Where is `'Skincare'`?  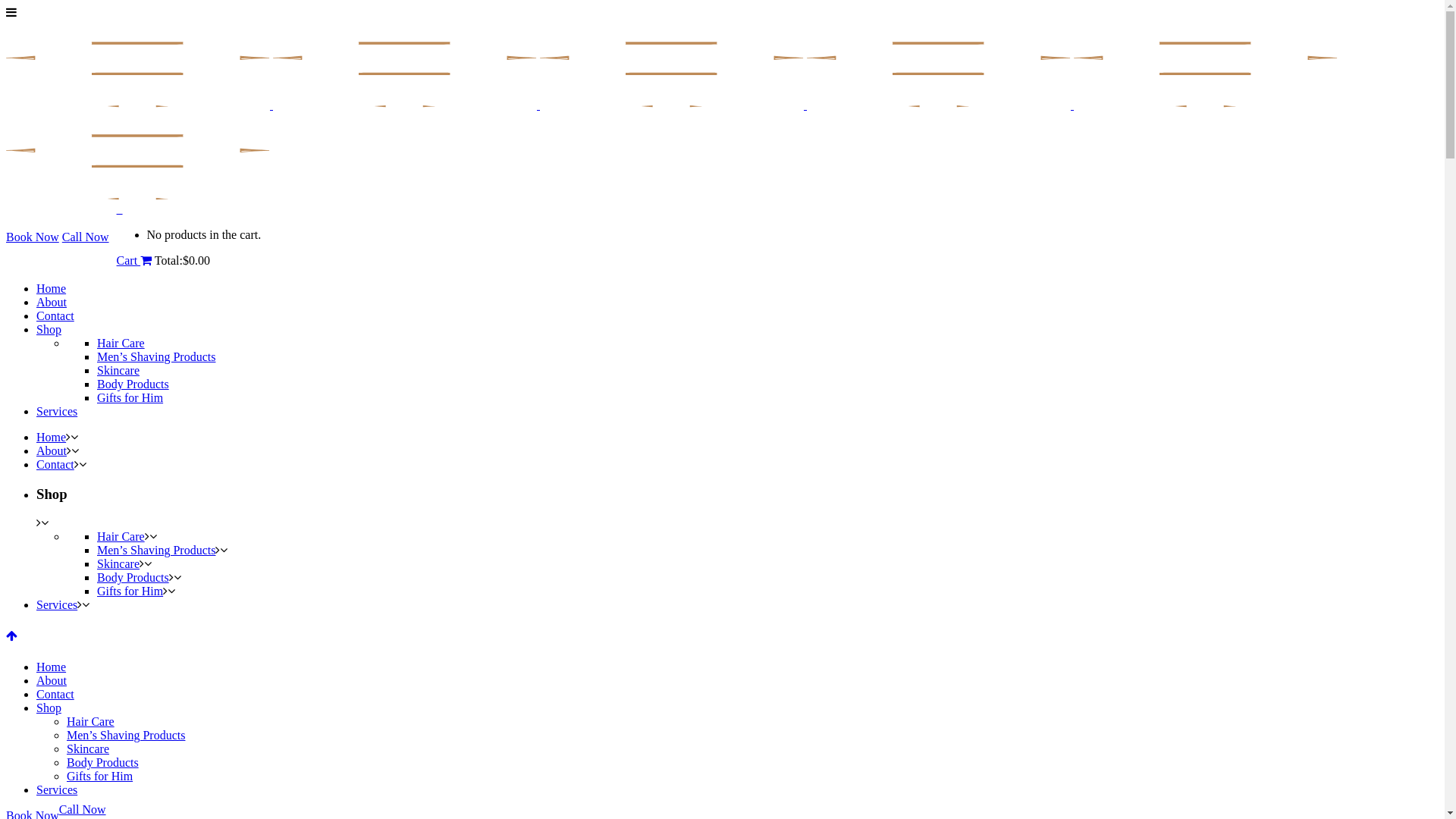 'Skincare' is located at coordinates (65, 748).